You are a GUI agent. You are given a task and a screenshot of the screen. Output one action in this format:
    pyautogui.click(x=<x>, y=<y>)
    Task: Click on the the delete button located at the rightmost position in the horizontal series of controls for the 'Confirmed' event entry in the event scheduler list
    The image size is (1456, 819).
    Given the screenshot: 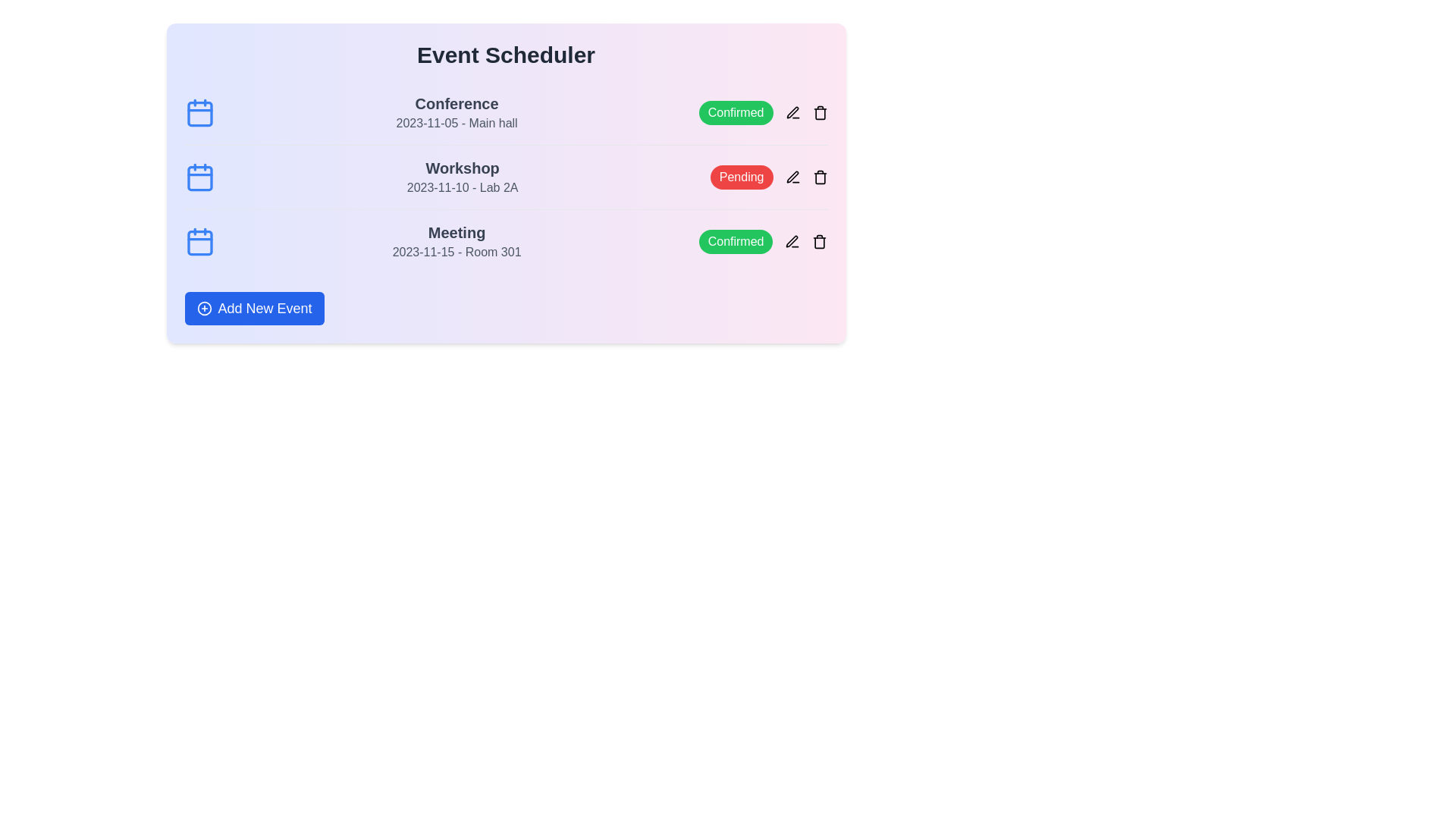 What is the action you would take?
    pyautogui.click(x=819, y=112)
    